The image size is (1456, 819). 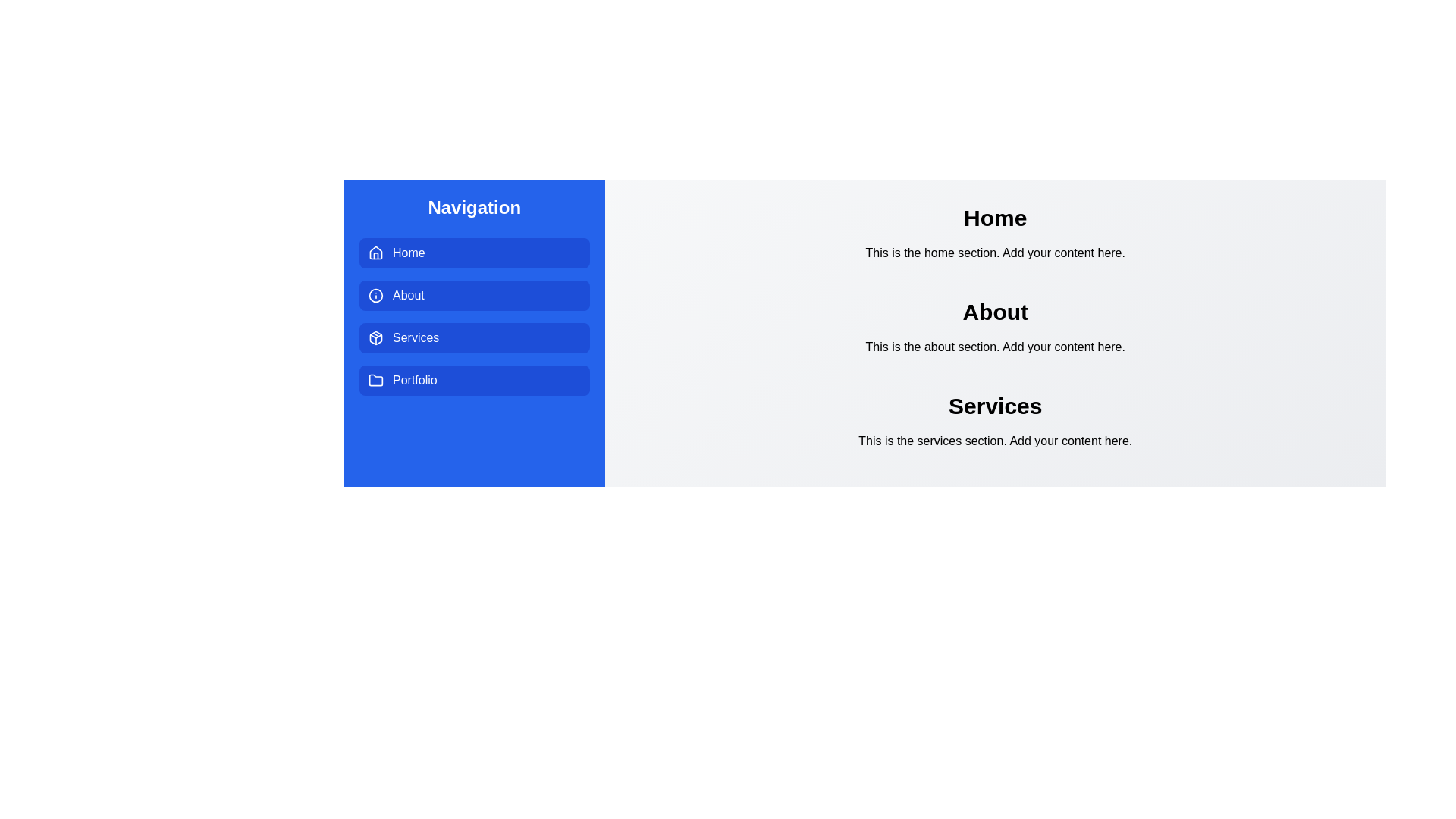 What do you see at coordinates (375, 251) in the screenshot?
I see `the 'Home' navigation icon located at the top of the vertical navigation menu on the left side of the interface` at bounding box center [375, 251].